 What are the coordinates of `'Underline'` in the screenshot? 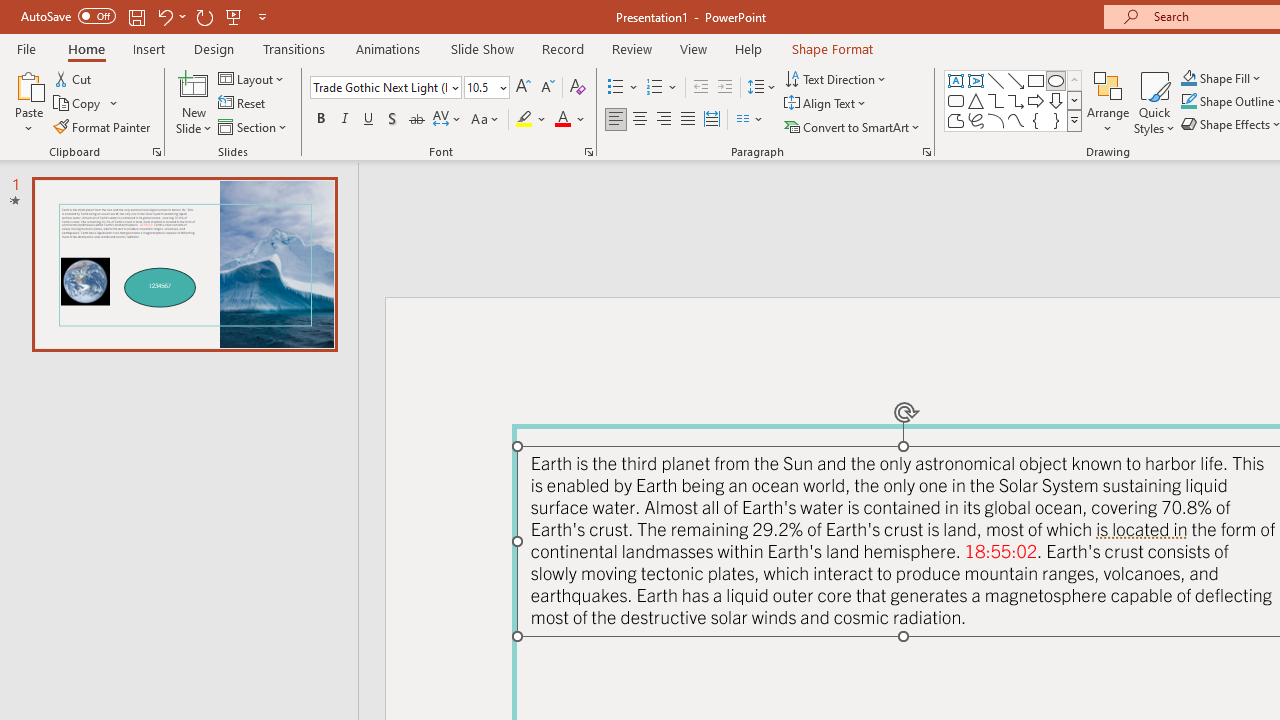 It's located at (369, 119).